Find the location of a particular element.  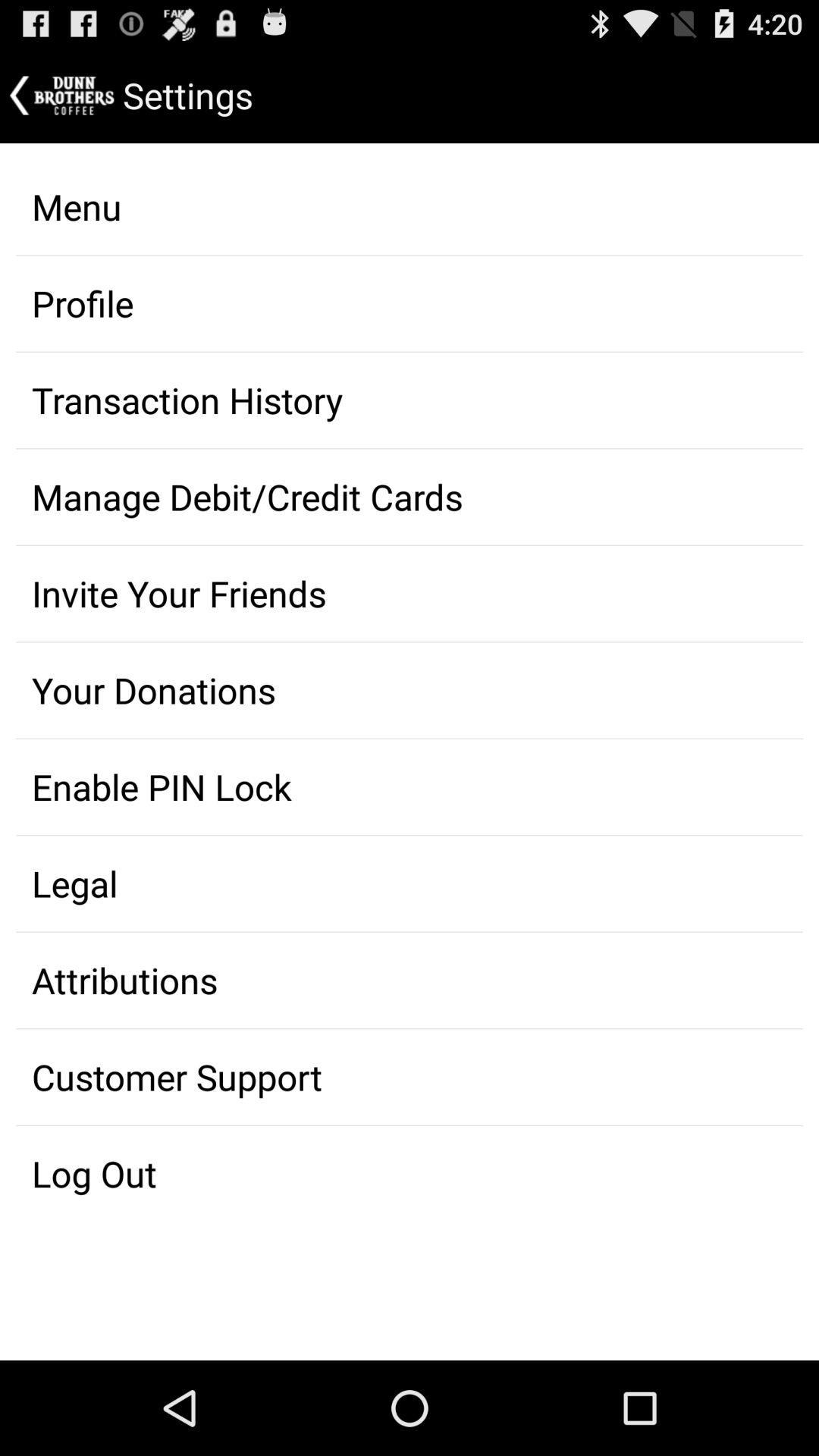

the option invite your friends is located at coordinates (409, 592).